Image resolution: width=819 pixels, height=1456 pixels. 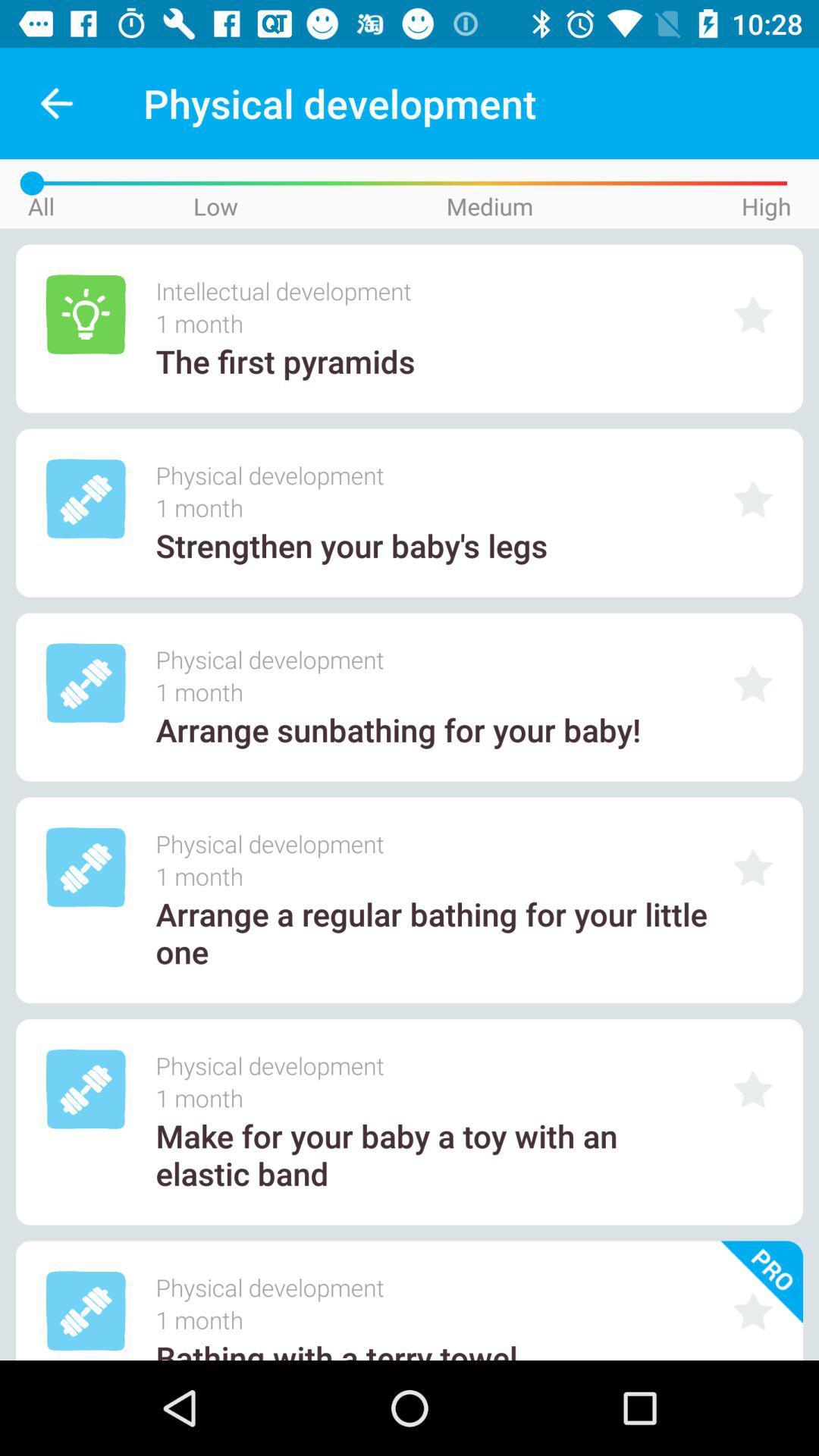 I want to click on to favorites, so click(x=753, y=1310).